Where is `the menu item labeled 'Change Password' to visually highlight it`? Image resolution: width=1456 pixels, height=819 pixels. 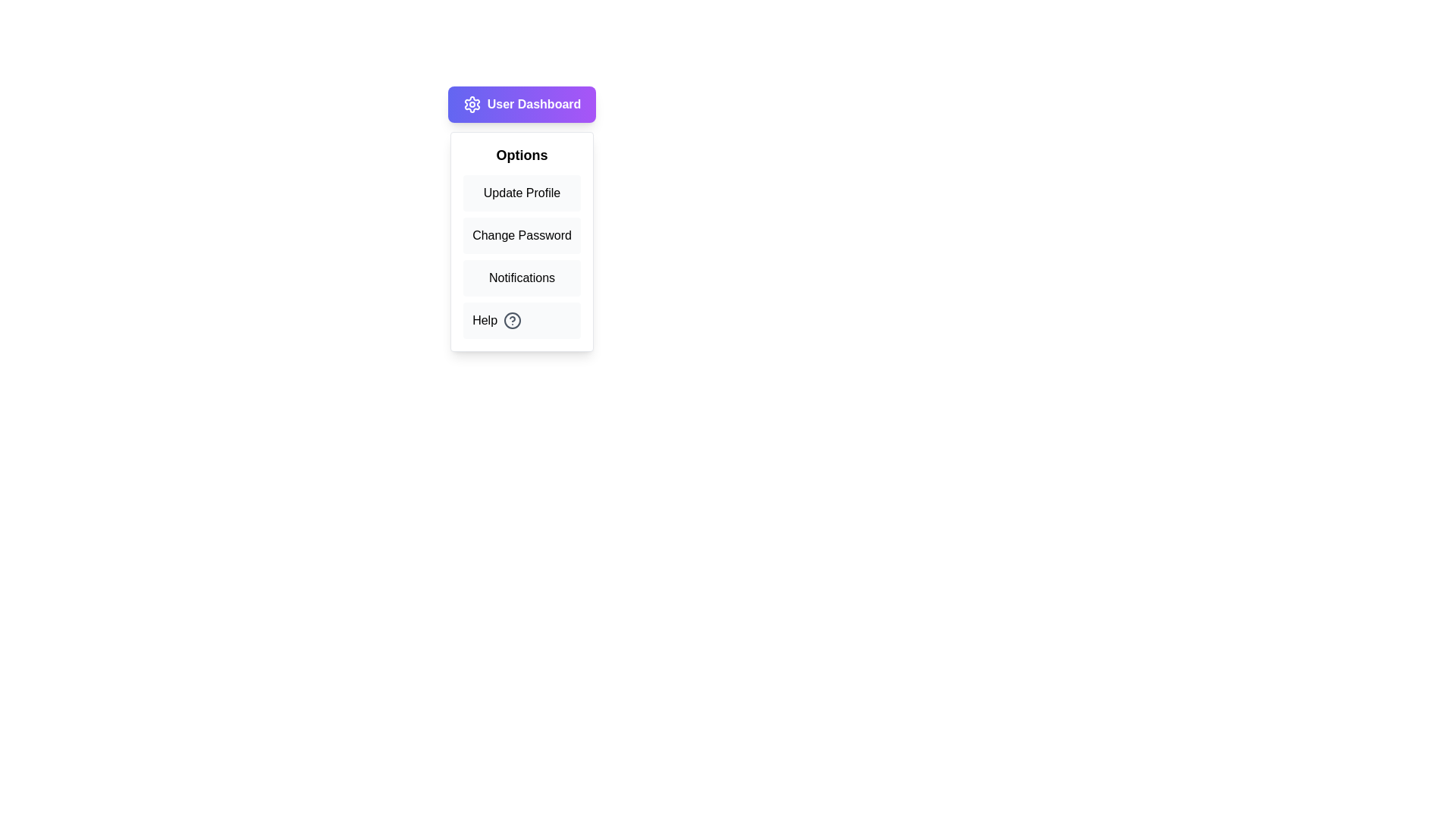
the menu item labeled 'Change Password' to visually highlight it is located at coordinates (522, 236).